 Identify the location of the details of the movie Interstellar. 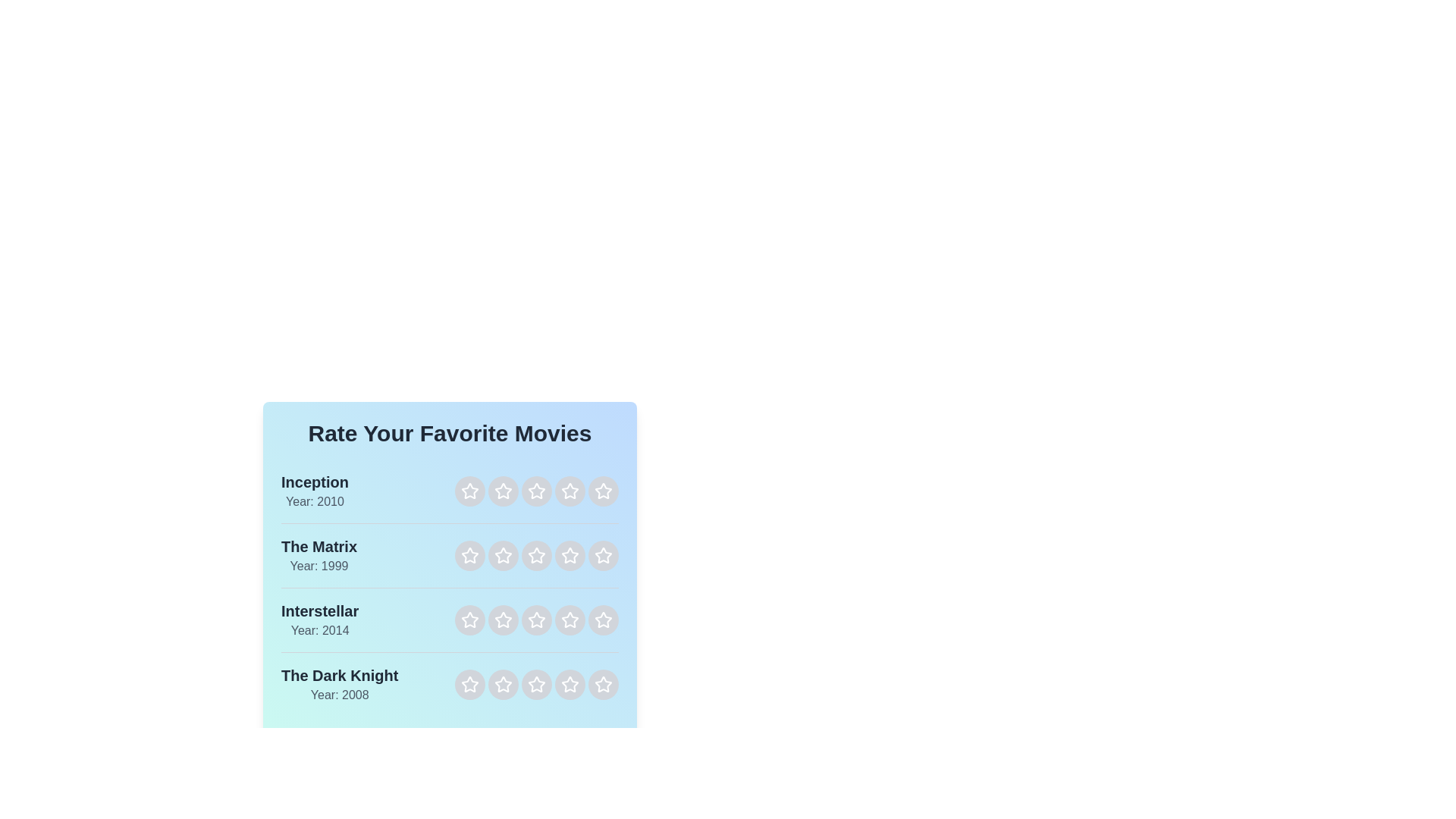
(319, 620).